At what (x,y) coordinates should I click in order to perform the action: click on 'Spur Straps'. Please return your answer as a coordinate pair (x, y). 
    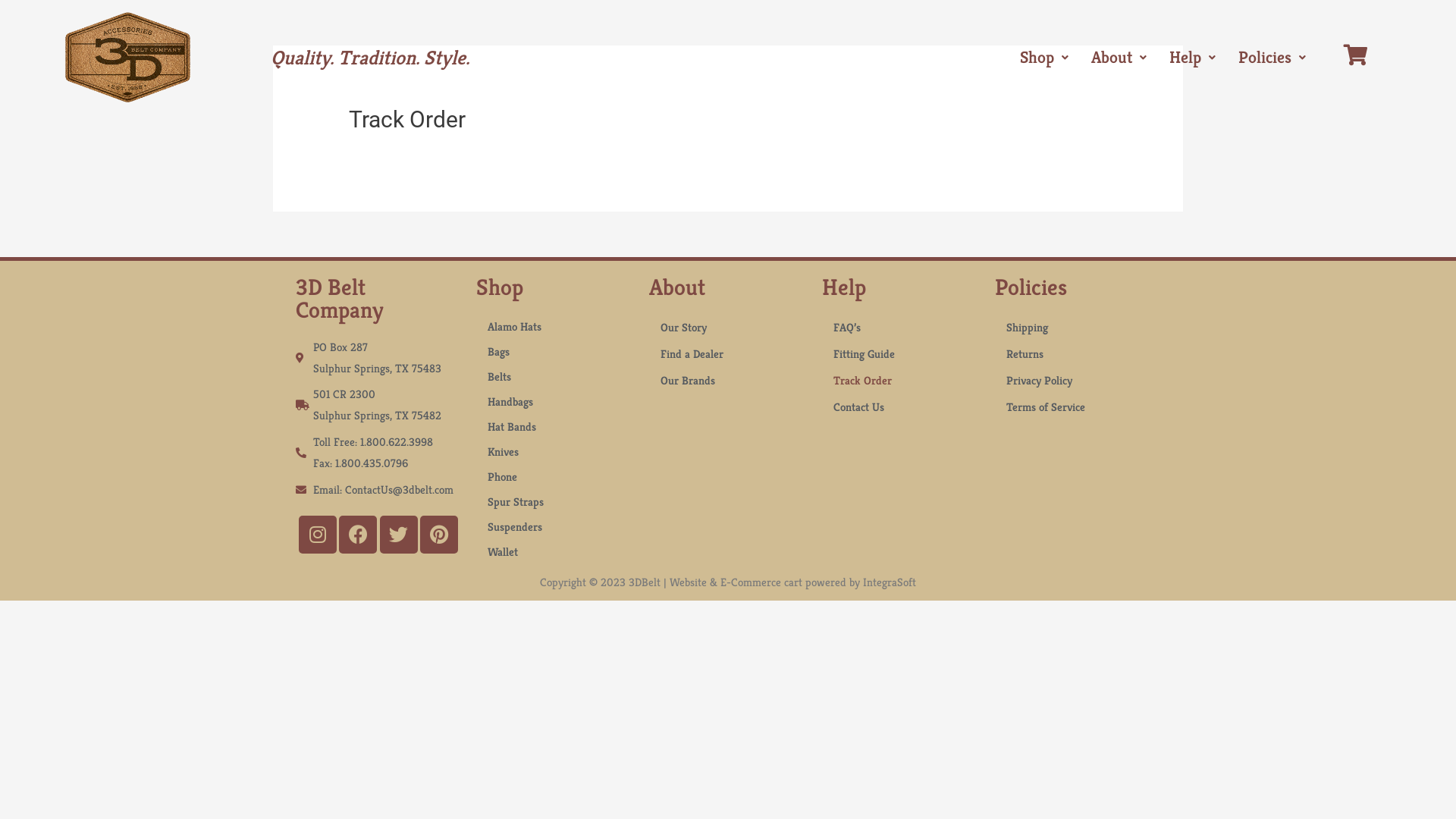
    Looking at the image, I should click on (554, 501).